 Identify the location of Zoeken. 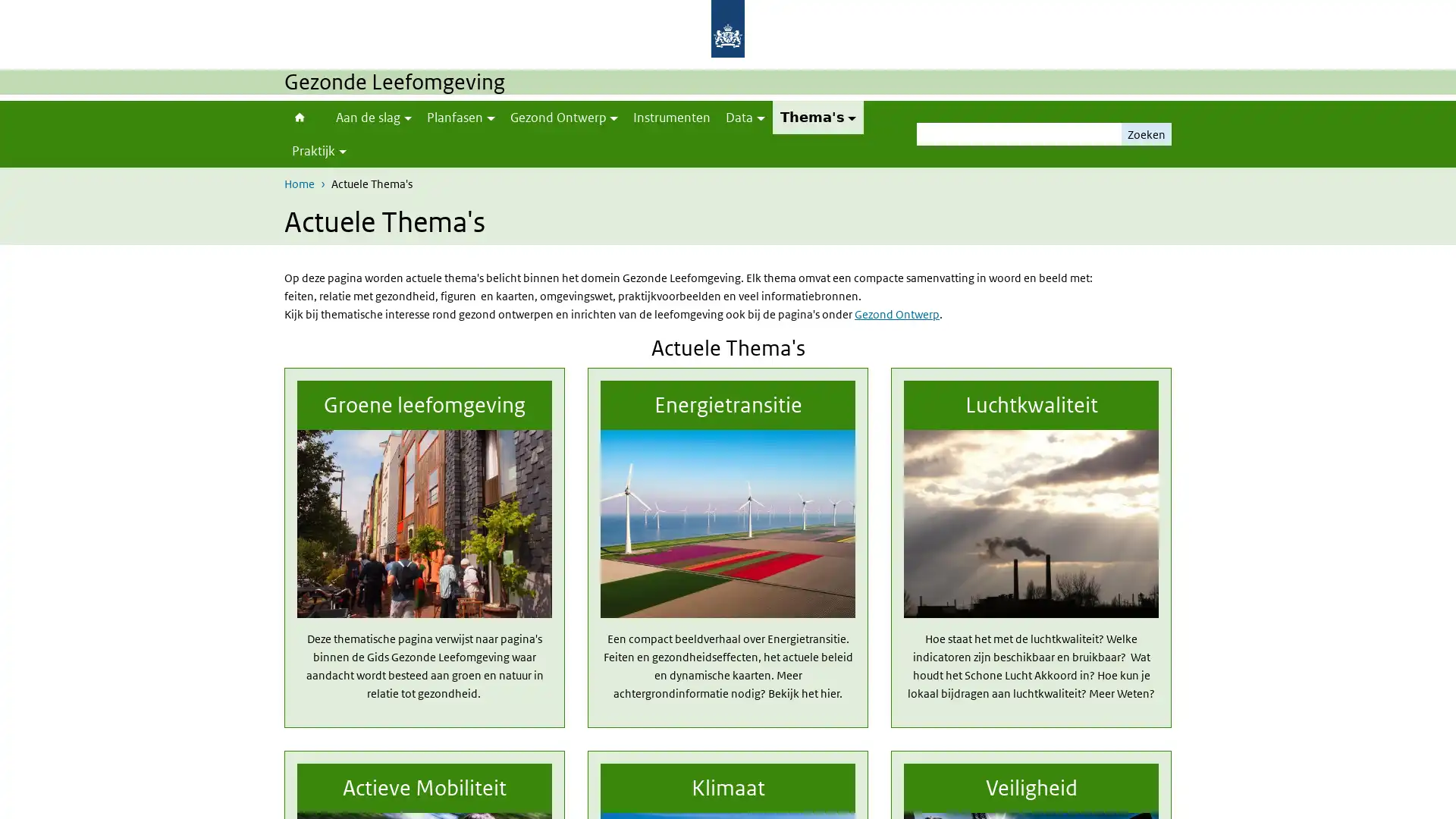
(1147, 133).